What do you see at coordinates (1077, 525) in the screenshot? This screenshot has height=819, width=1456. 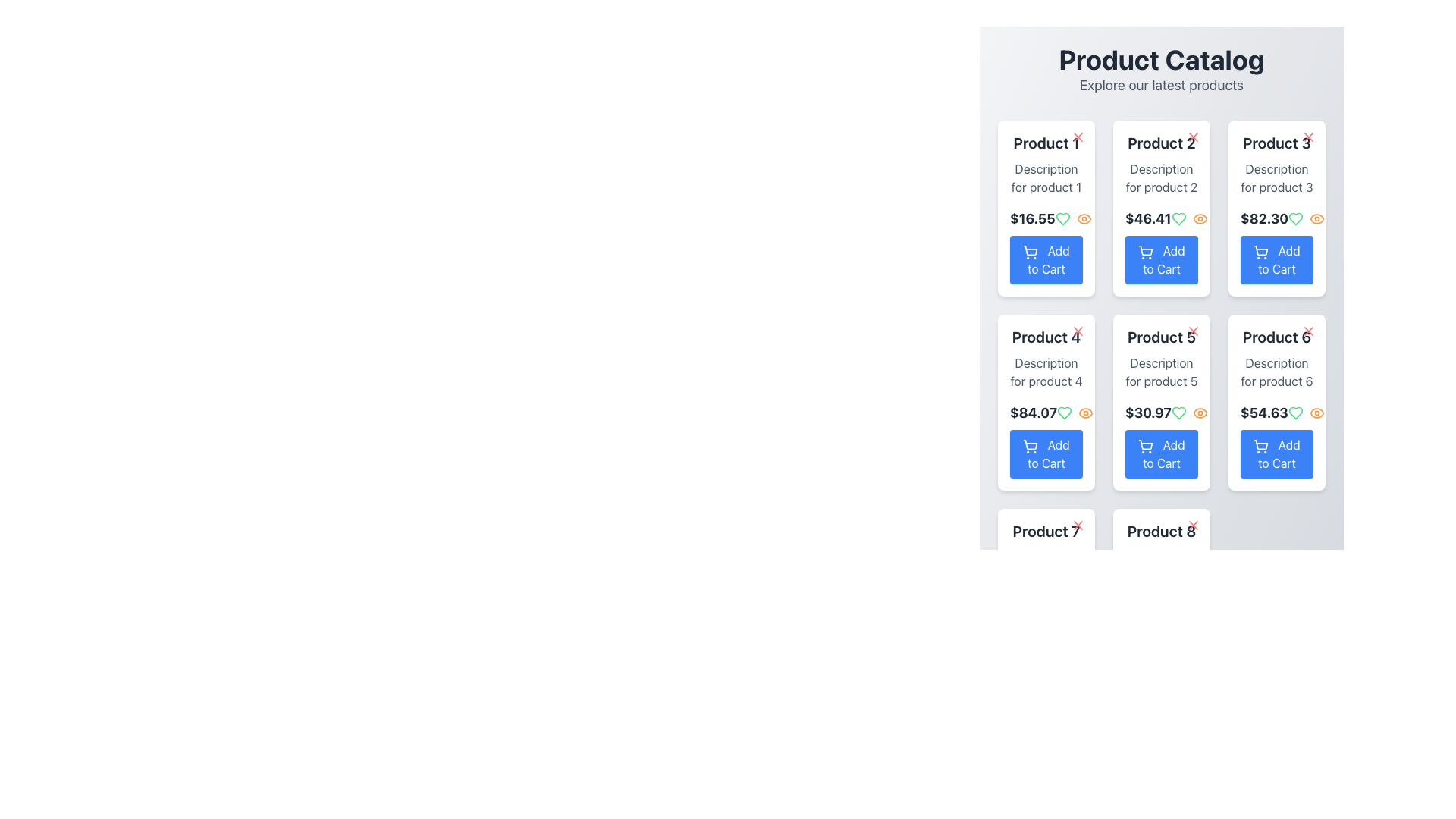 I see `the close icon represented by a diagonal cross ('X') located in the top-right corner of the 'Product 6' card in the grid layout` at bounding box center [1077, 525].